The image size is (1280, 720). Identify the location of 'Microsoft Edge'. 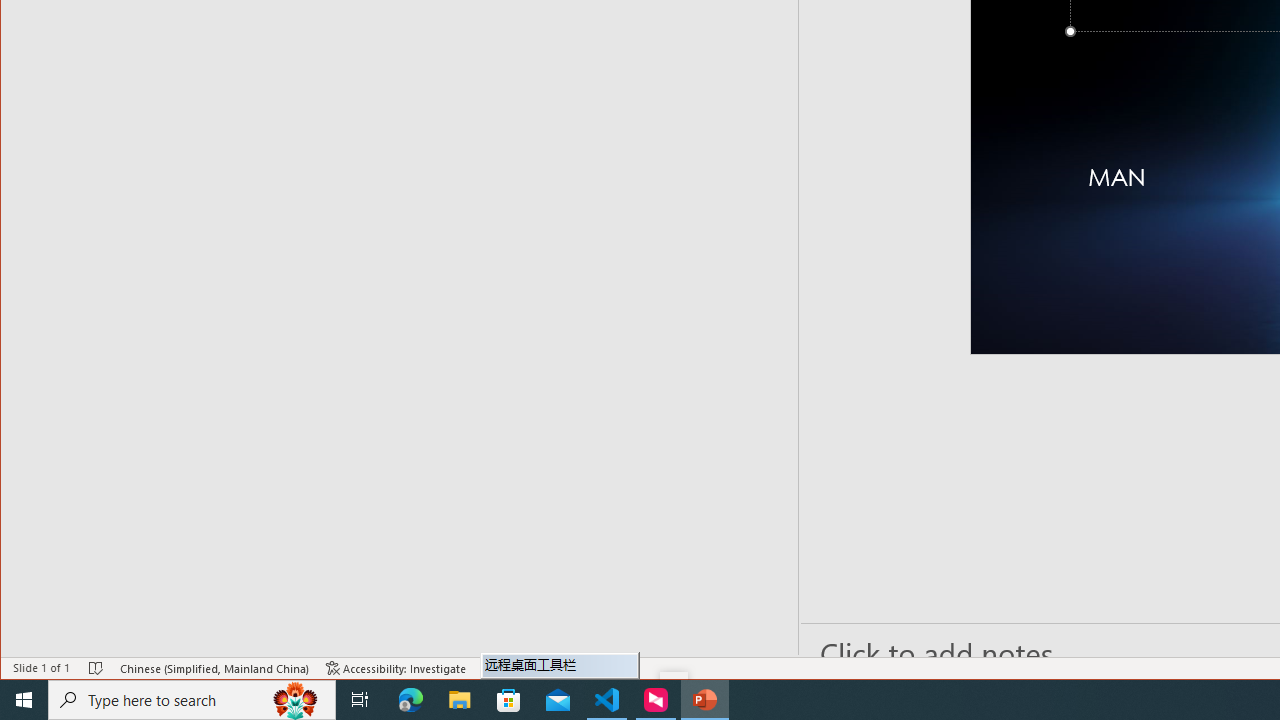
(410, 698).